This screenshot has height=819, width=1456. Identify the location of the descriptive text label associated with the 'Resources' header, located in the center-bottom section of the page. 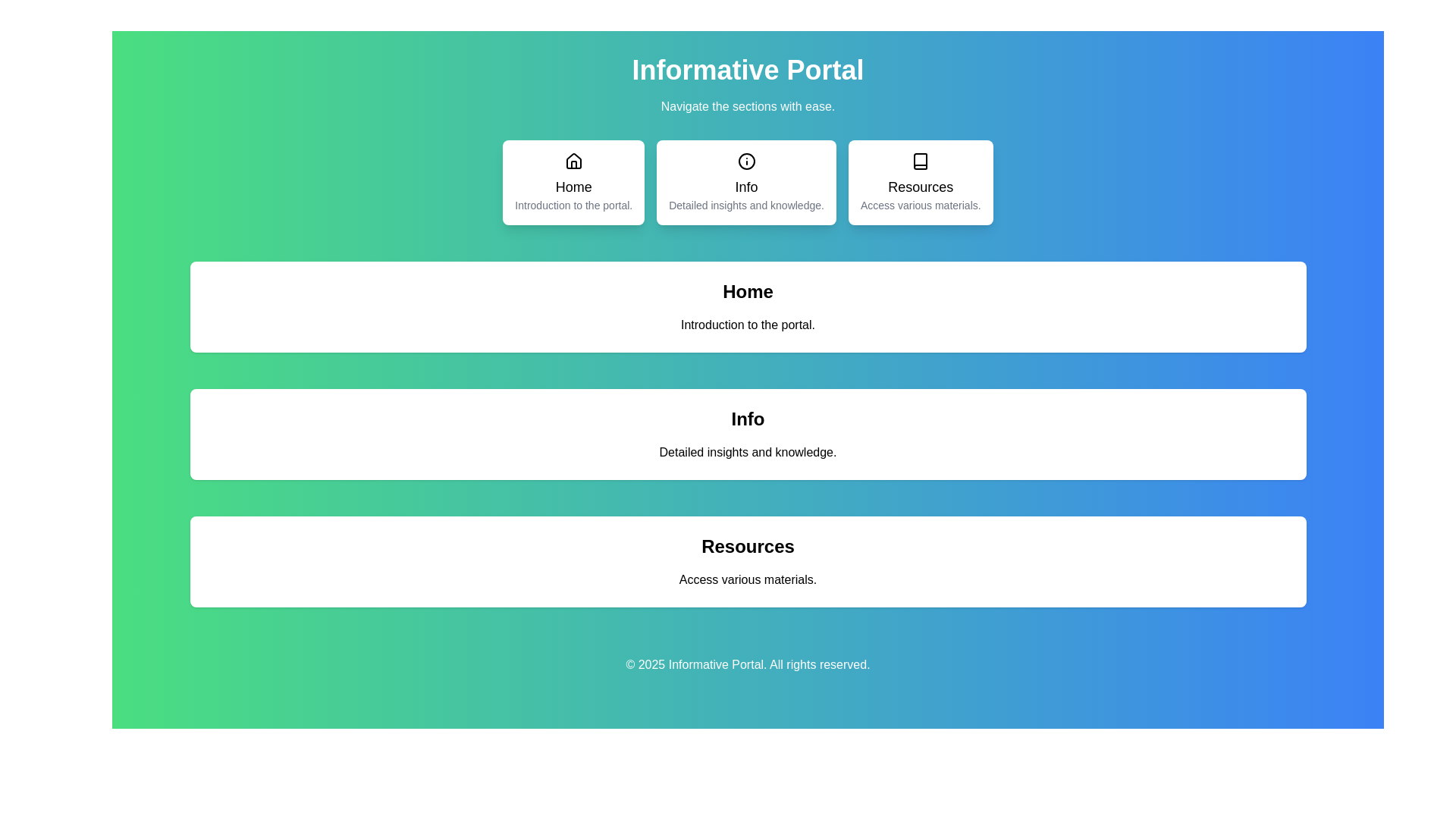
(748, 579).